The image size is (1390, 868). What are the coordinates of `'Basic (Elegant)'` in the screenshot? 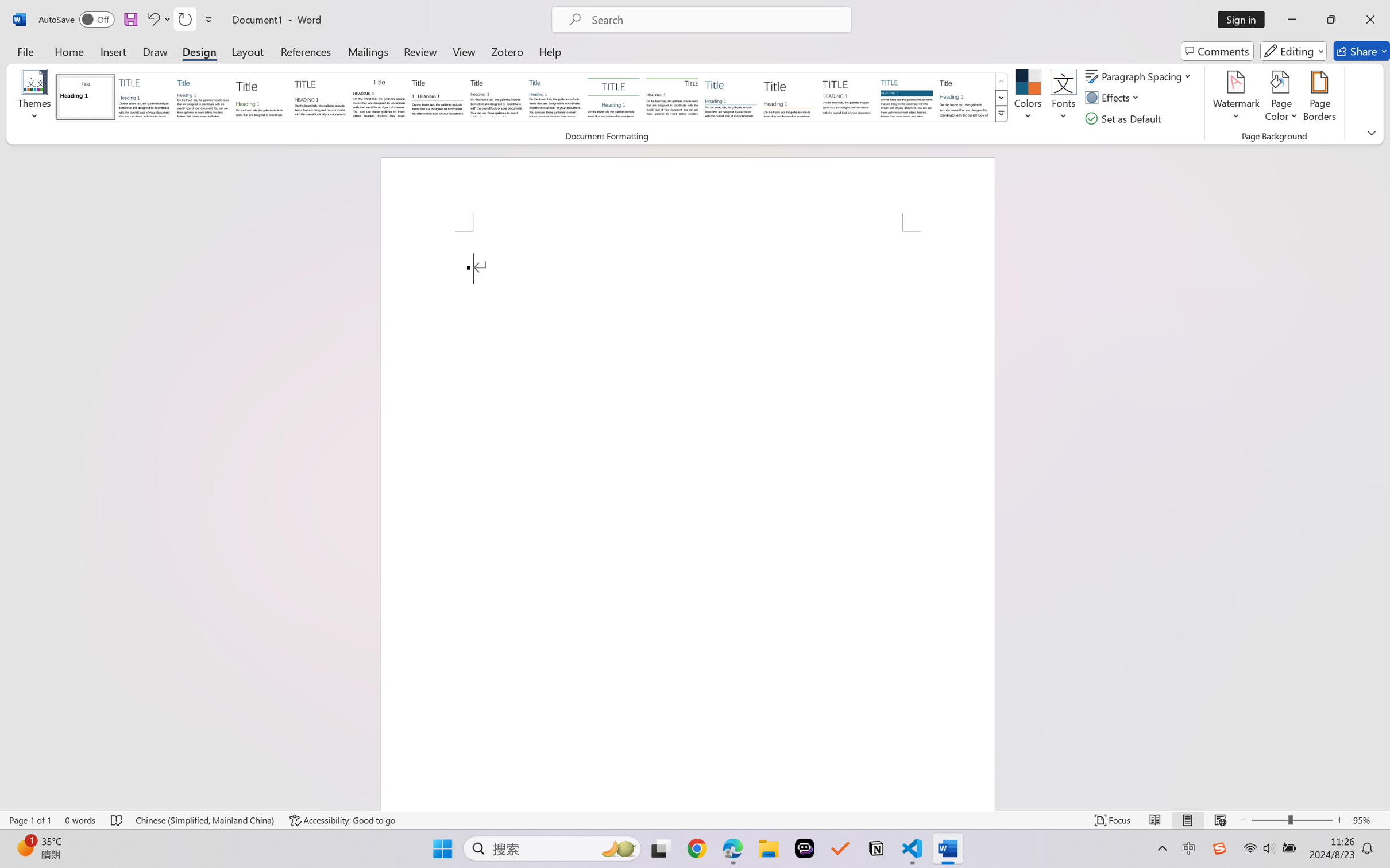 It's located at (144, 96).